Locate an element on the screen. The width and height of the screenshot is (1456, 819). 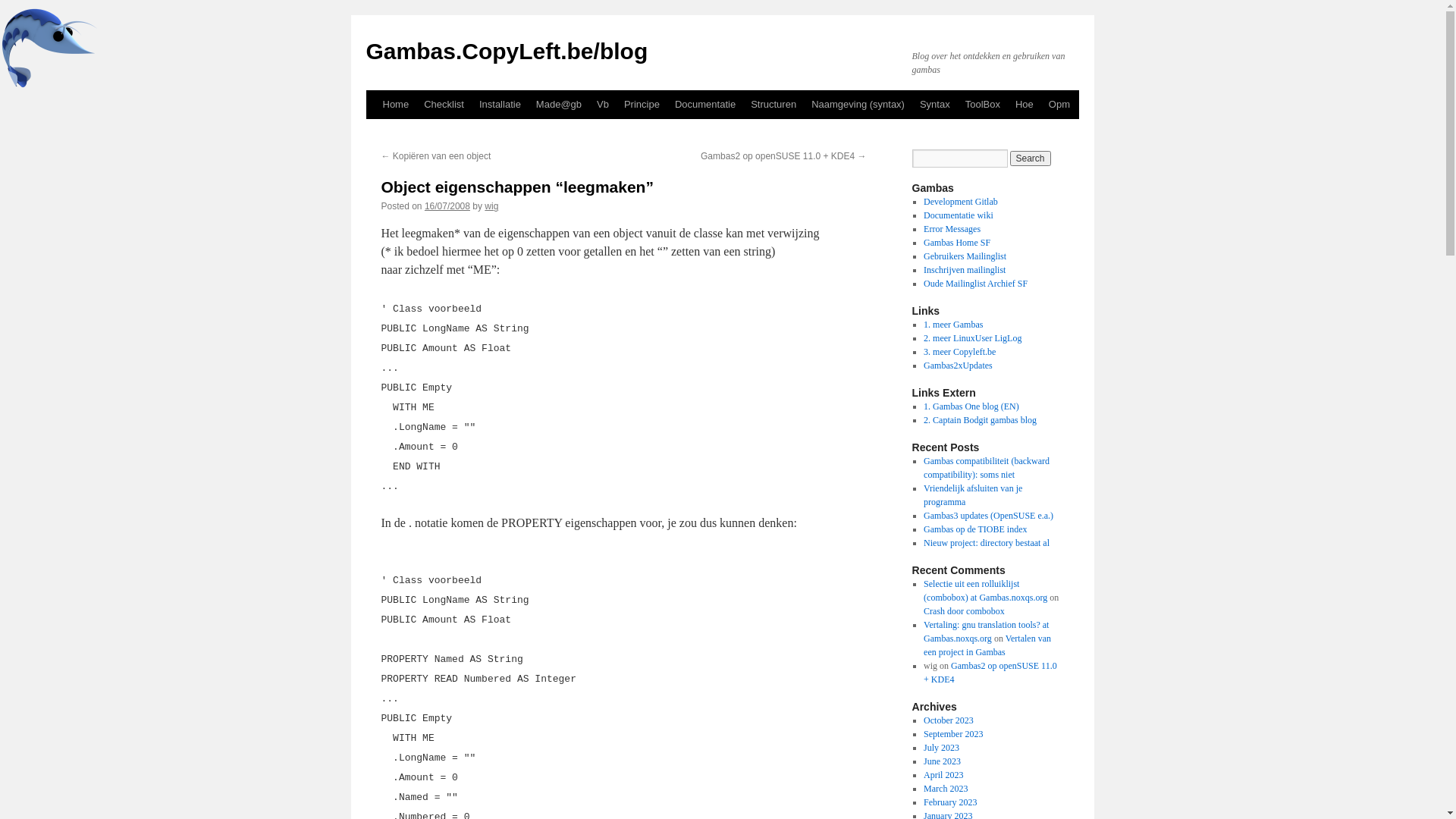
'Documentatie' is located at coordinates (704, 104).